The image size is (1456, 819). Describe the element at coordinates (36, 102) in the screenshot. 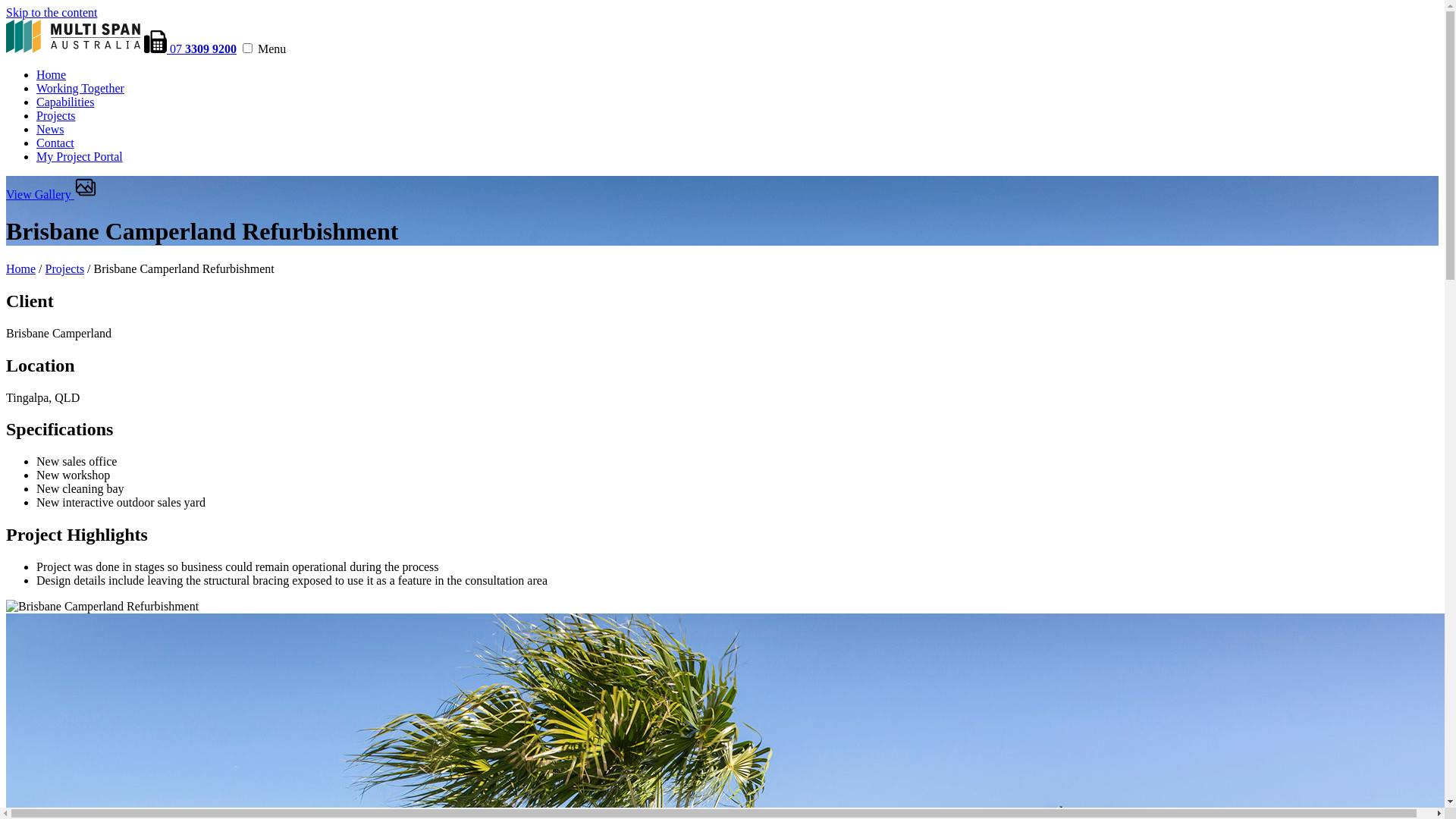

I see `'Capabilities'` at that location.